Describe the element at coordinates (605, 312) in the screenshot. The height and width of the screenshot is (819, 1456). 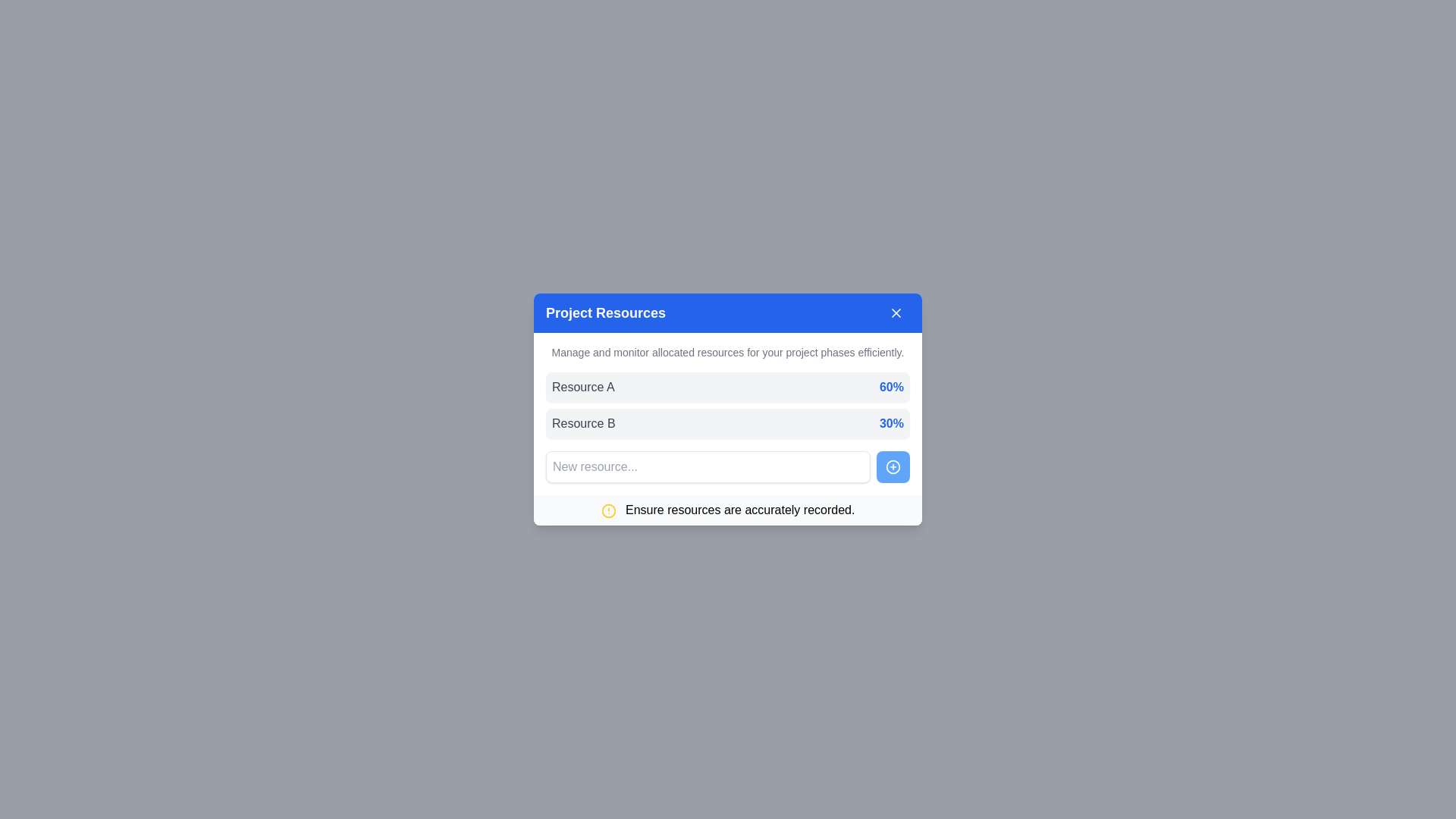
I see `the text label 'Project Resources' which is styled in bold white font on a blue background, located on the left side of the header box in the modal dialog` at that location.